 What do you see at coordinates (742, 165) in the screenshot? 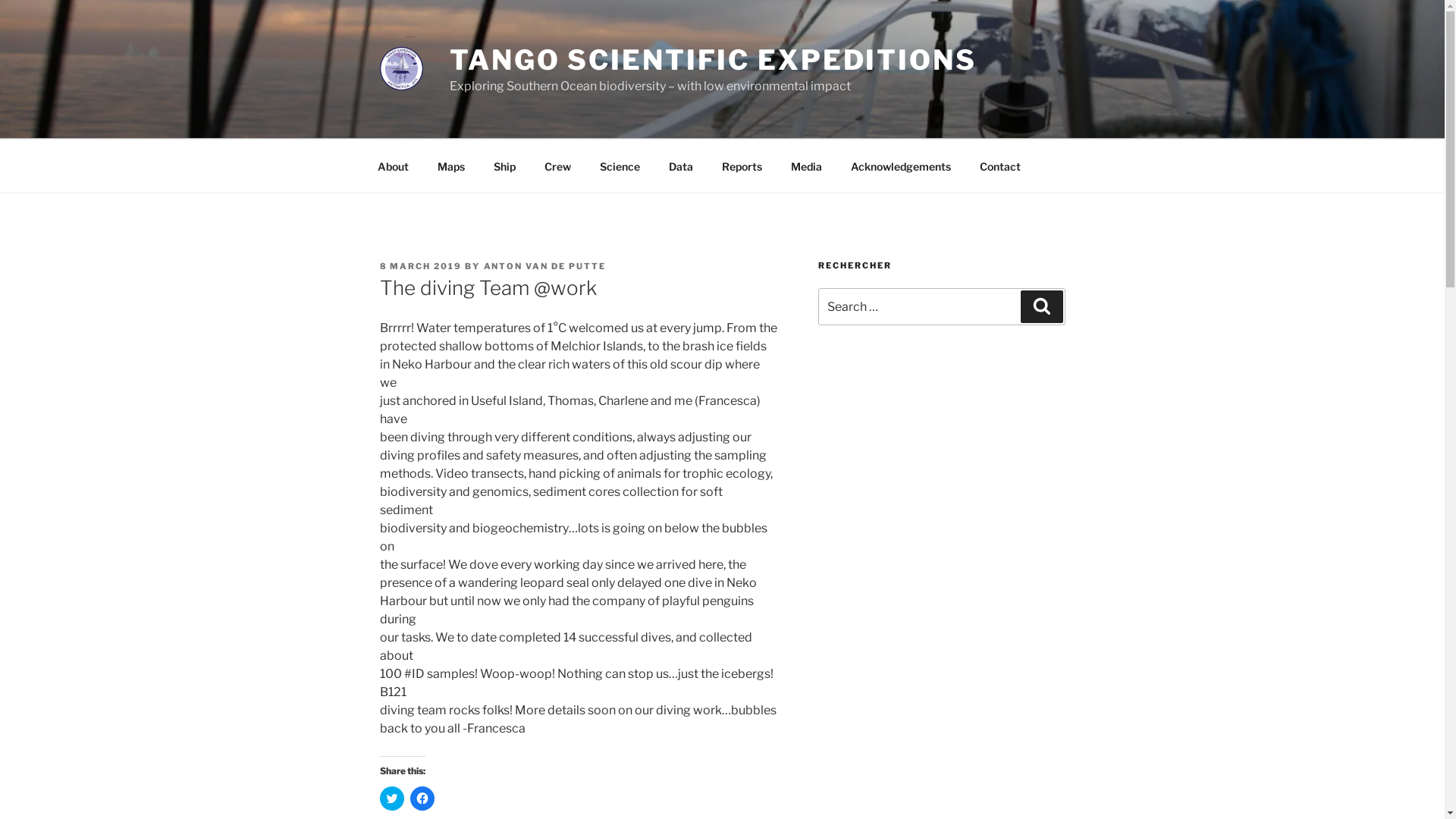
I see `'Reports'` at bounding box center [742, 165].